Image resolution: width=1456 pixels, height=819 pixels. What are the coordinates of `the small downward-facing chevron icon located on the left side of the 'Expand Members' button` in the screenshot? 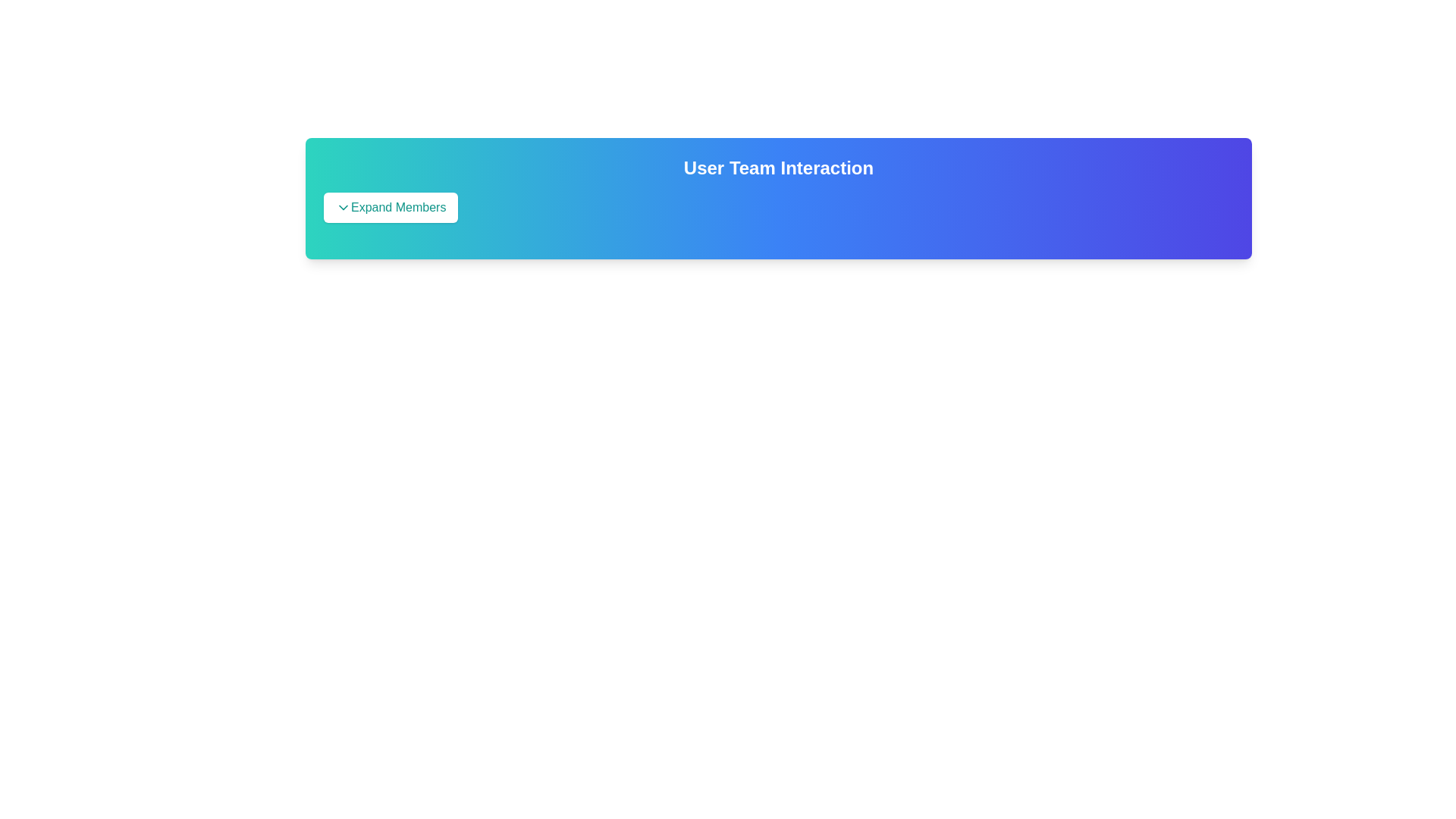 It's located at (342, 207).